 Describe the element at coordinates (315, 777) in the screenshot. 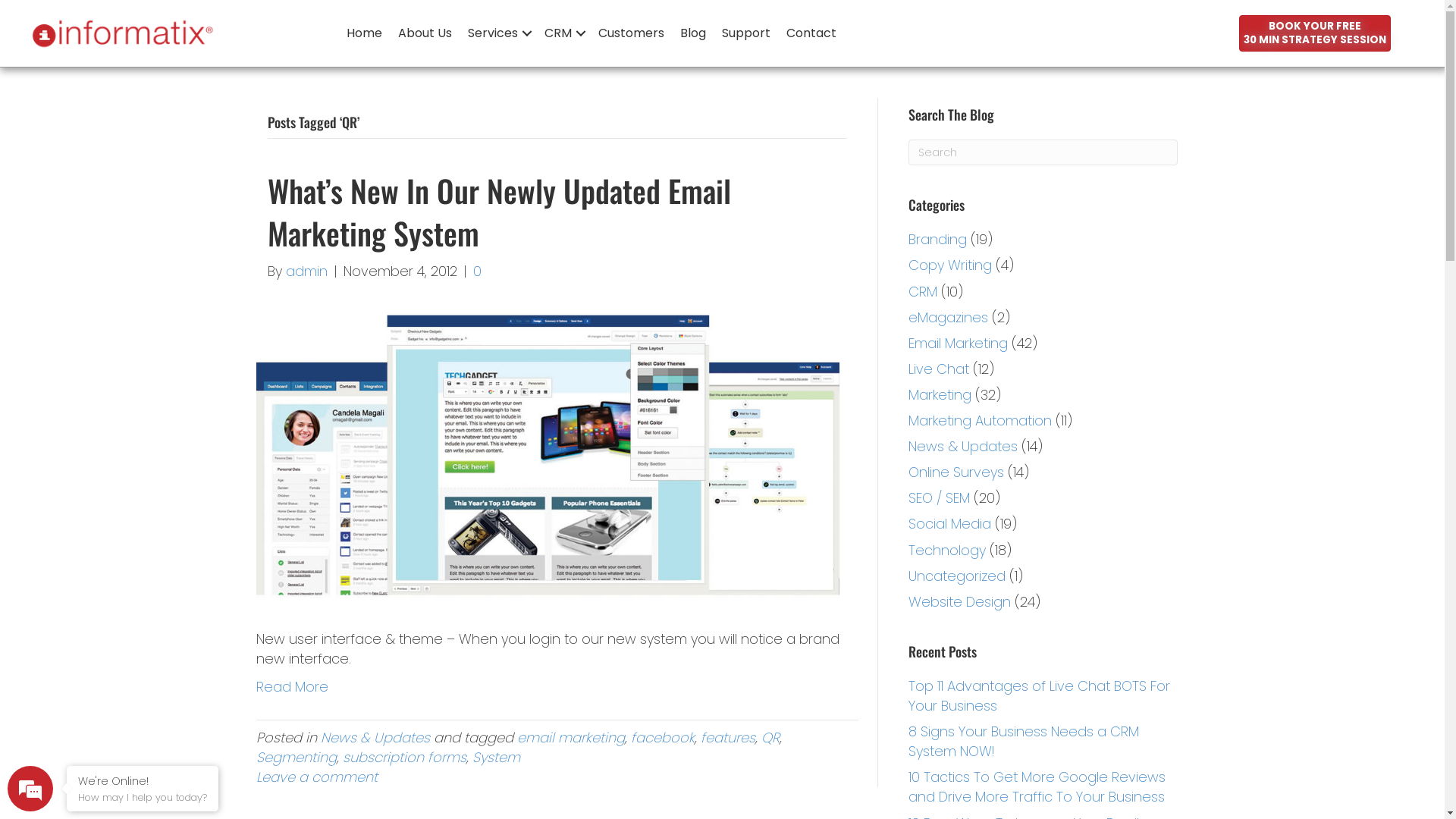

I see `'Leave a comment'` at that location.